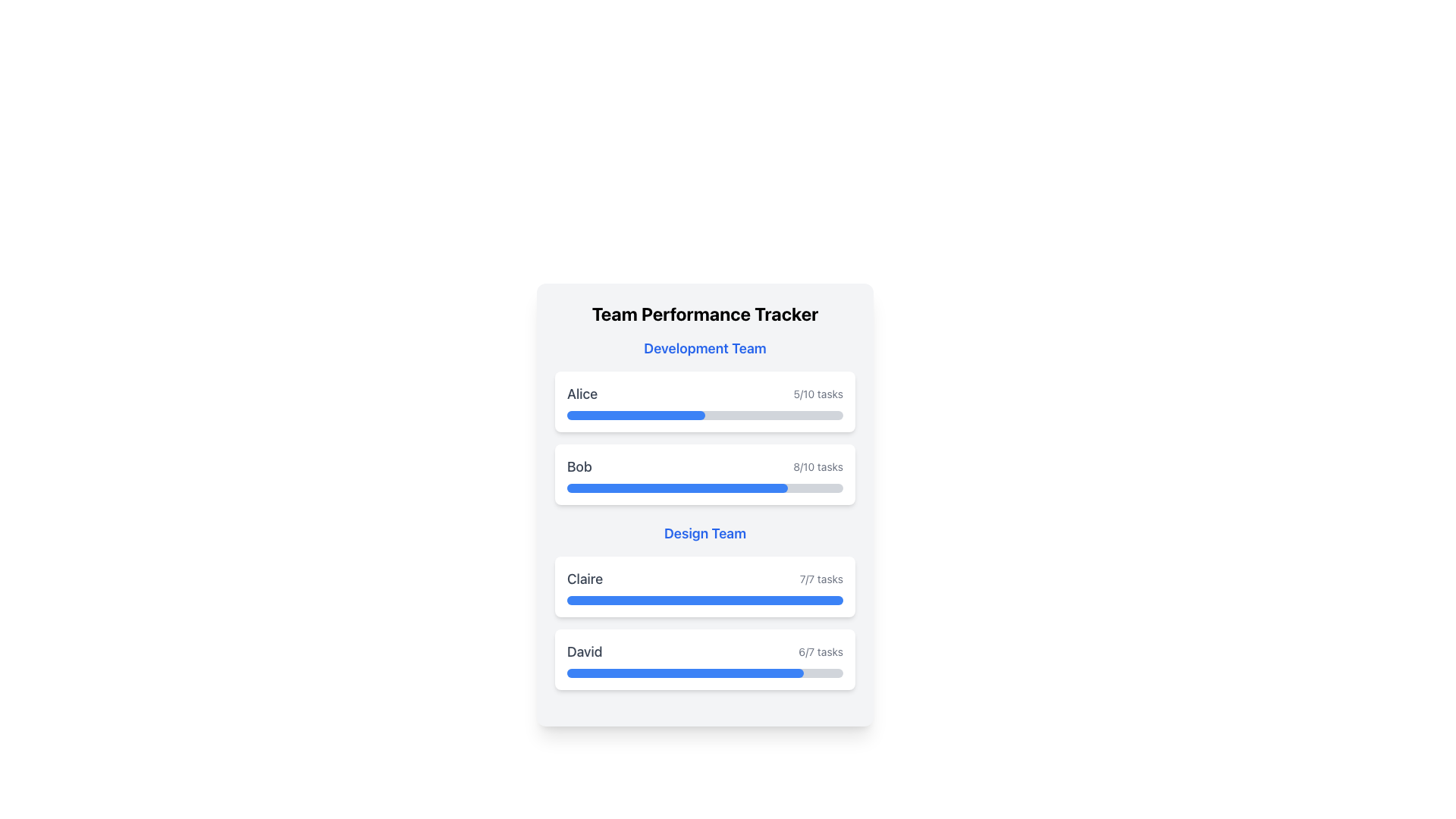 Image resolution: width=1456 pixels, height=819 pixels. What do you see at coordinates (704, 533) in the screenshot?
I see `the text label that serves as a header for the 'Design Team' section, located centrally below the 'Development Team' data` at bounding box center [704, 533].